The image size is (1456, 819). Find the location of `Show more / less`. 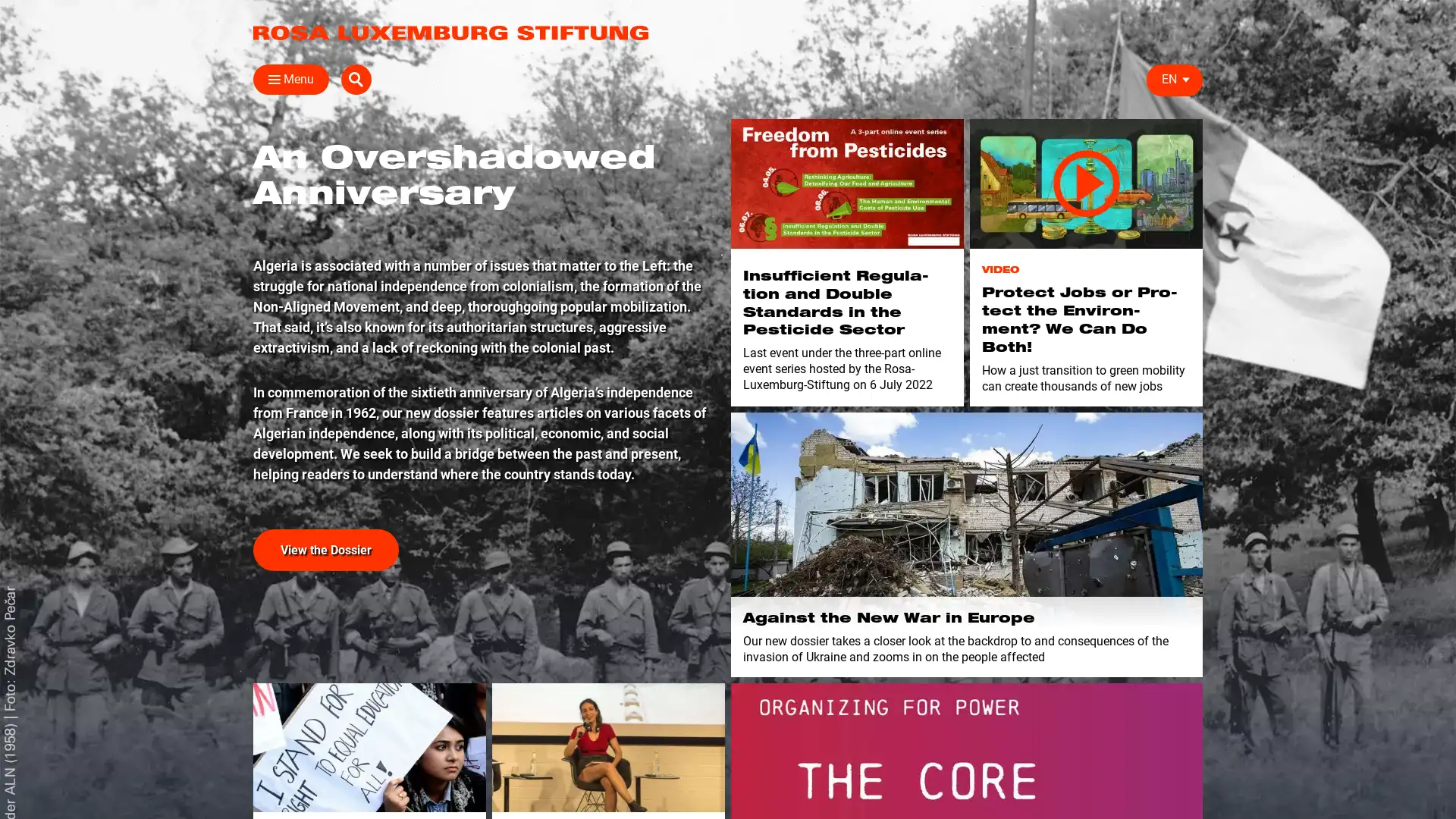

Show more / less is located at coordinates (246, 275).